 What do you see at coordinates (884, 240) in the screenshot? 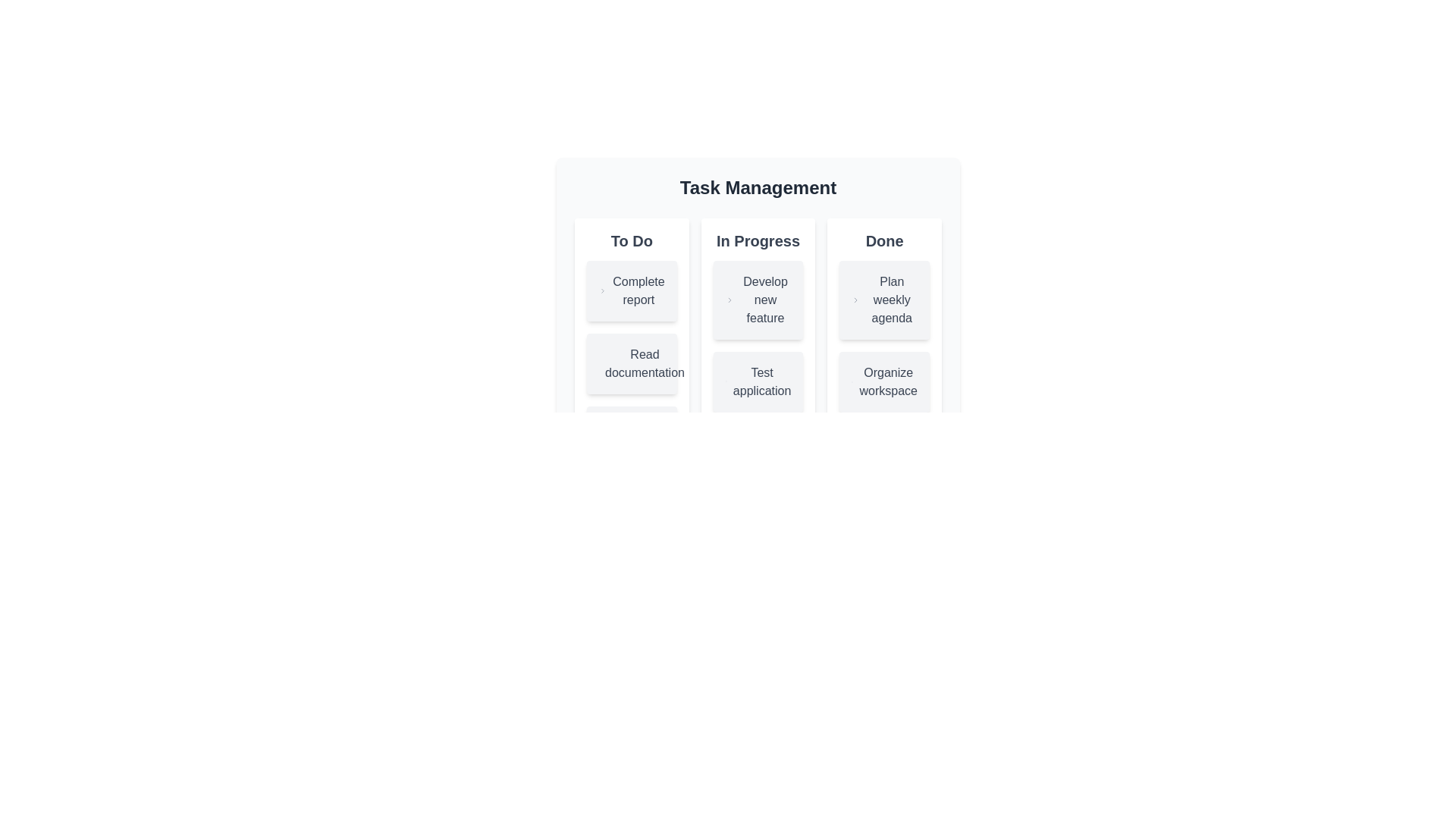
I see `the Text Label that serves as a section title for the 'Done' category in the task management interface` at bounding box center [884, 240].